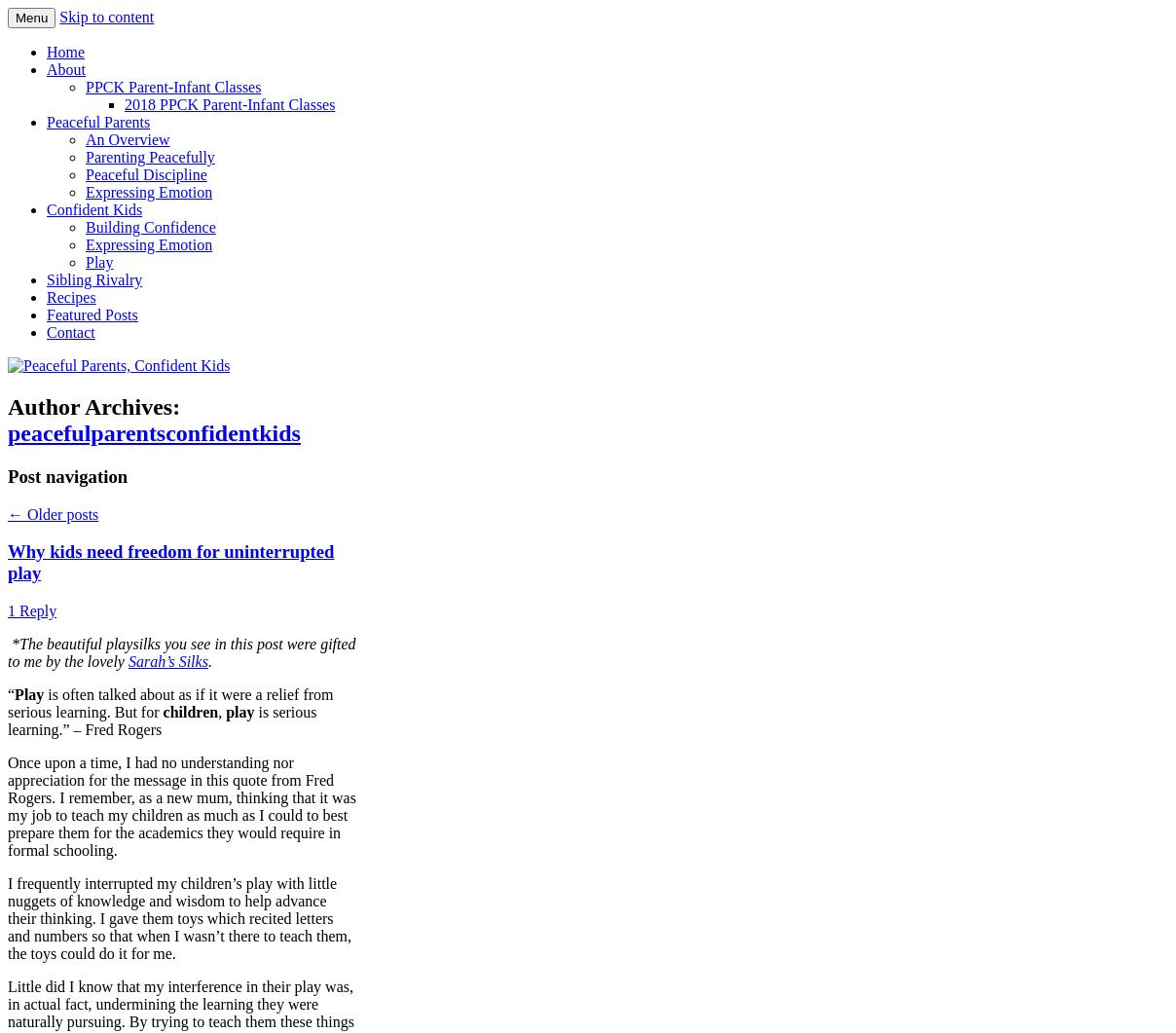 The height and width of the screenshot is (1033, 1176). Describe the element at coordinates (170, 702) in the screenshot. I see `'is often talked about as if it were a relief from serious learning. But for'` at that location.